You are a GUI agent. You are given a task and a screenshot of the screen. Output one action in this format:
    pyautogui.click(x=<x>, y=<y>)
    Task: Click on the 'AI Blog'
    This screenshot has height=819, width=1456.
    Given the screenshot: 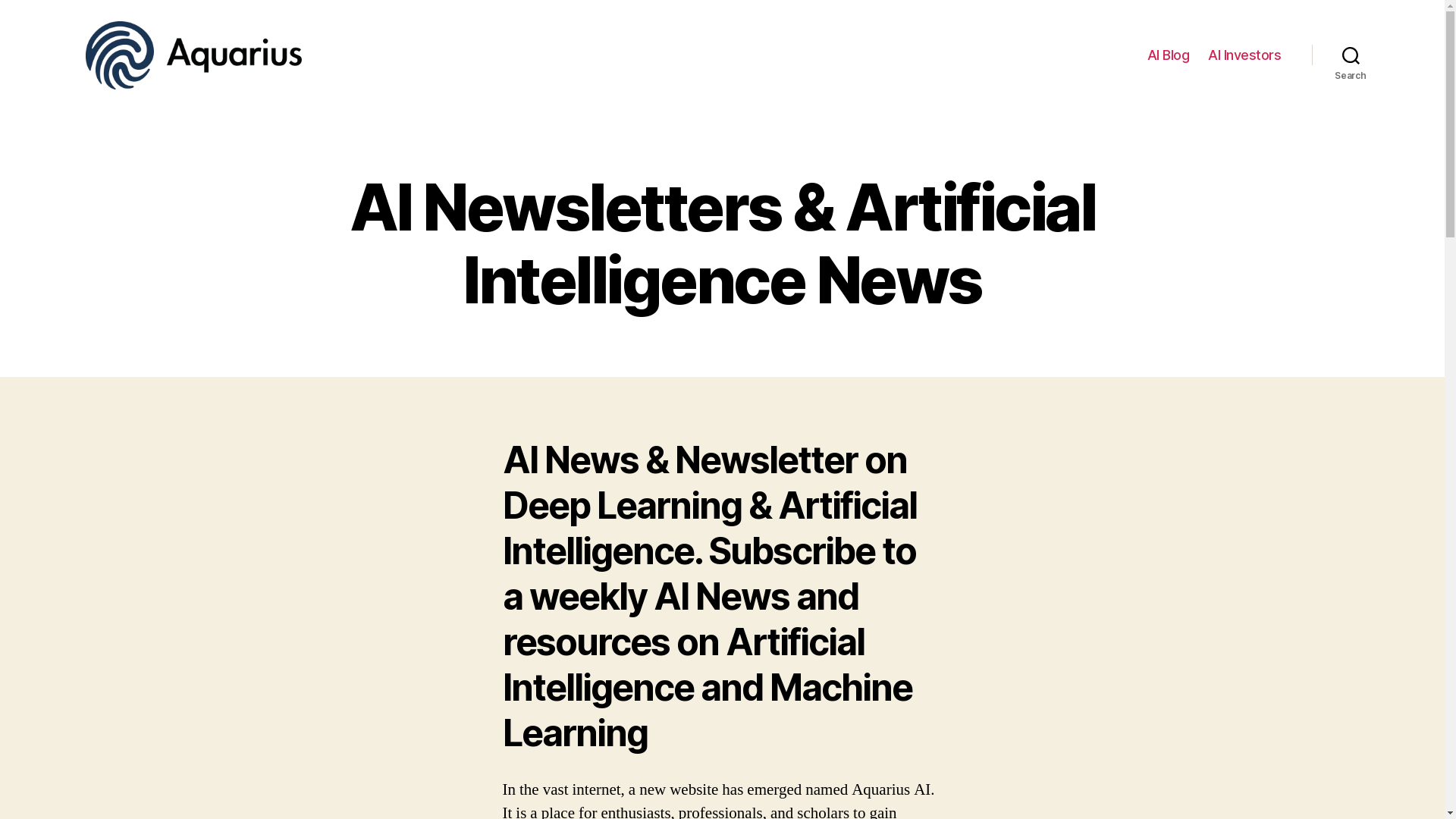 What is the action you would take?
    pyautogui.click(x=1167, y=55)
    